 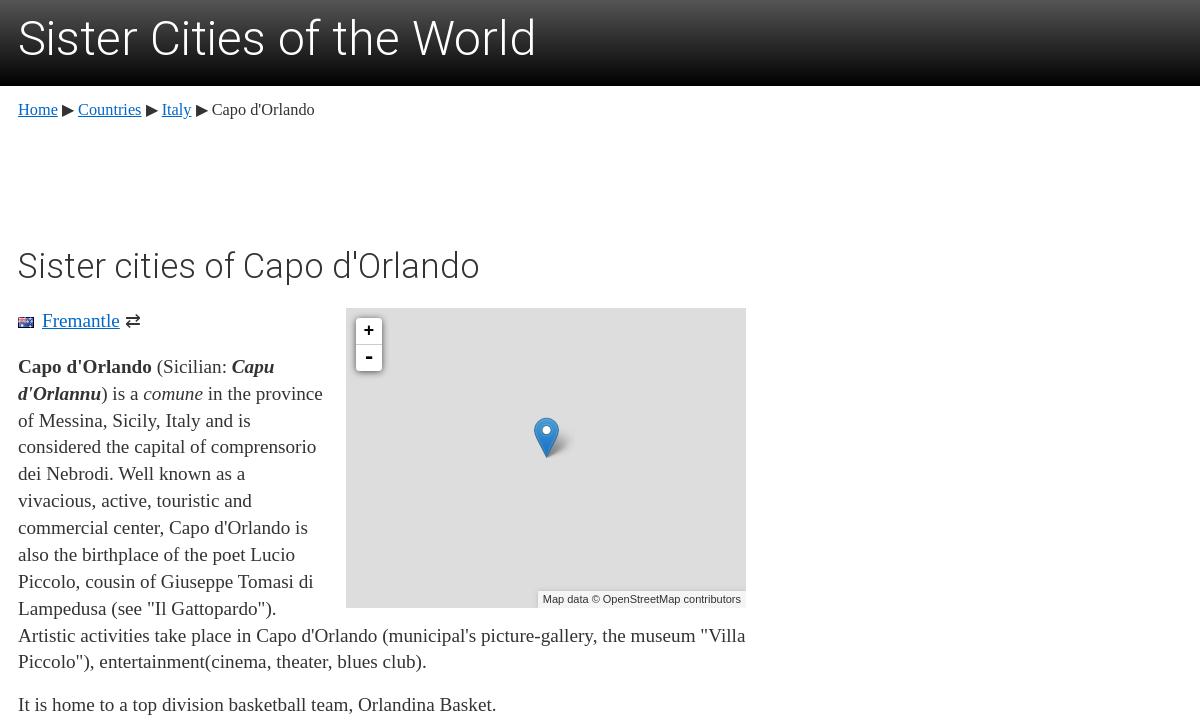 I want to click on 'It is home to a top division basketball team, Orlandina Basket.', so click(x=256, y=702).